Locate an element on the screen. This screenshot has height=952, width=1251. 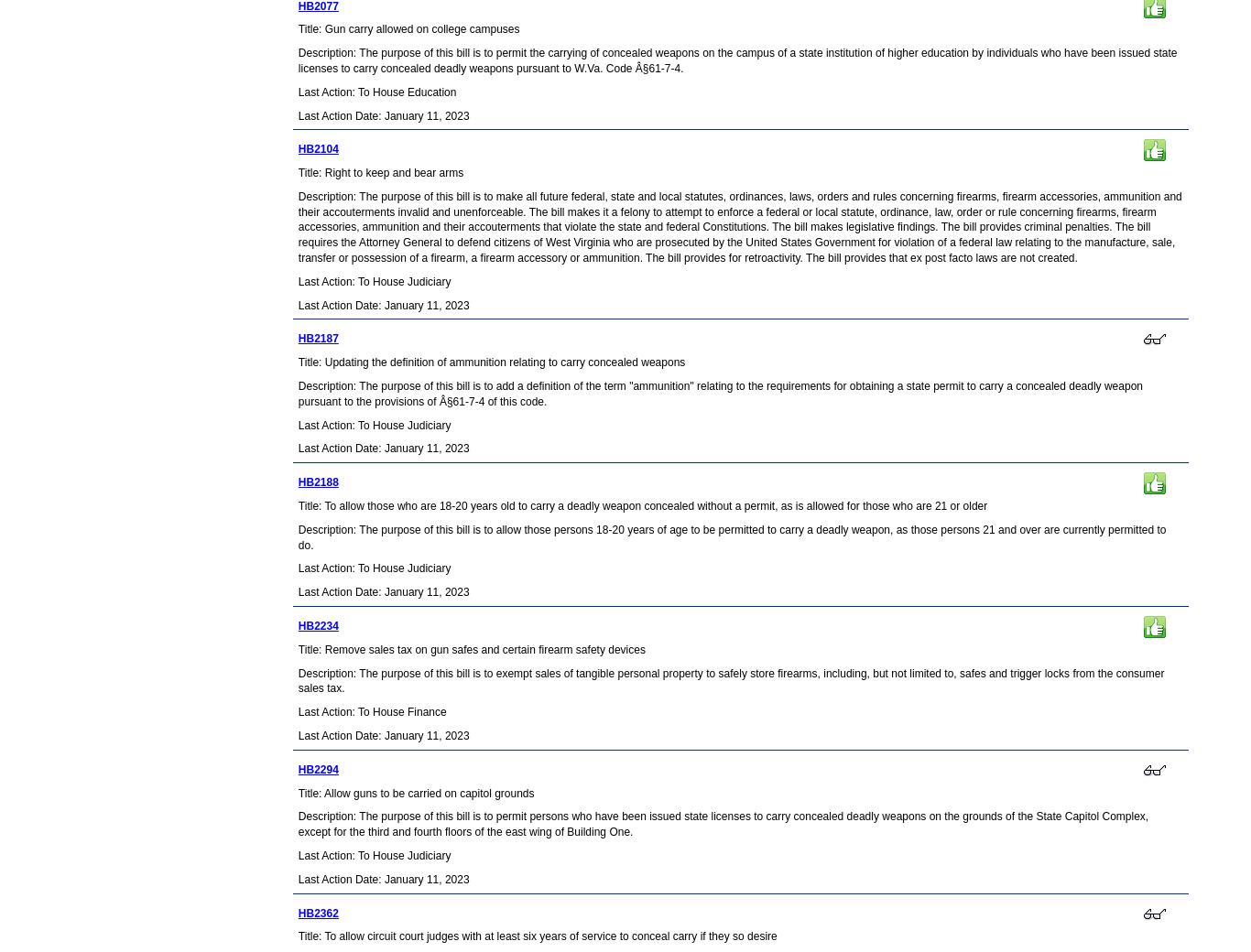
'Title: Updating the definition of ammunition relating to carry concealed weapons' is located at coordinates (491, 362).